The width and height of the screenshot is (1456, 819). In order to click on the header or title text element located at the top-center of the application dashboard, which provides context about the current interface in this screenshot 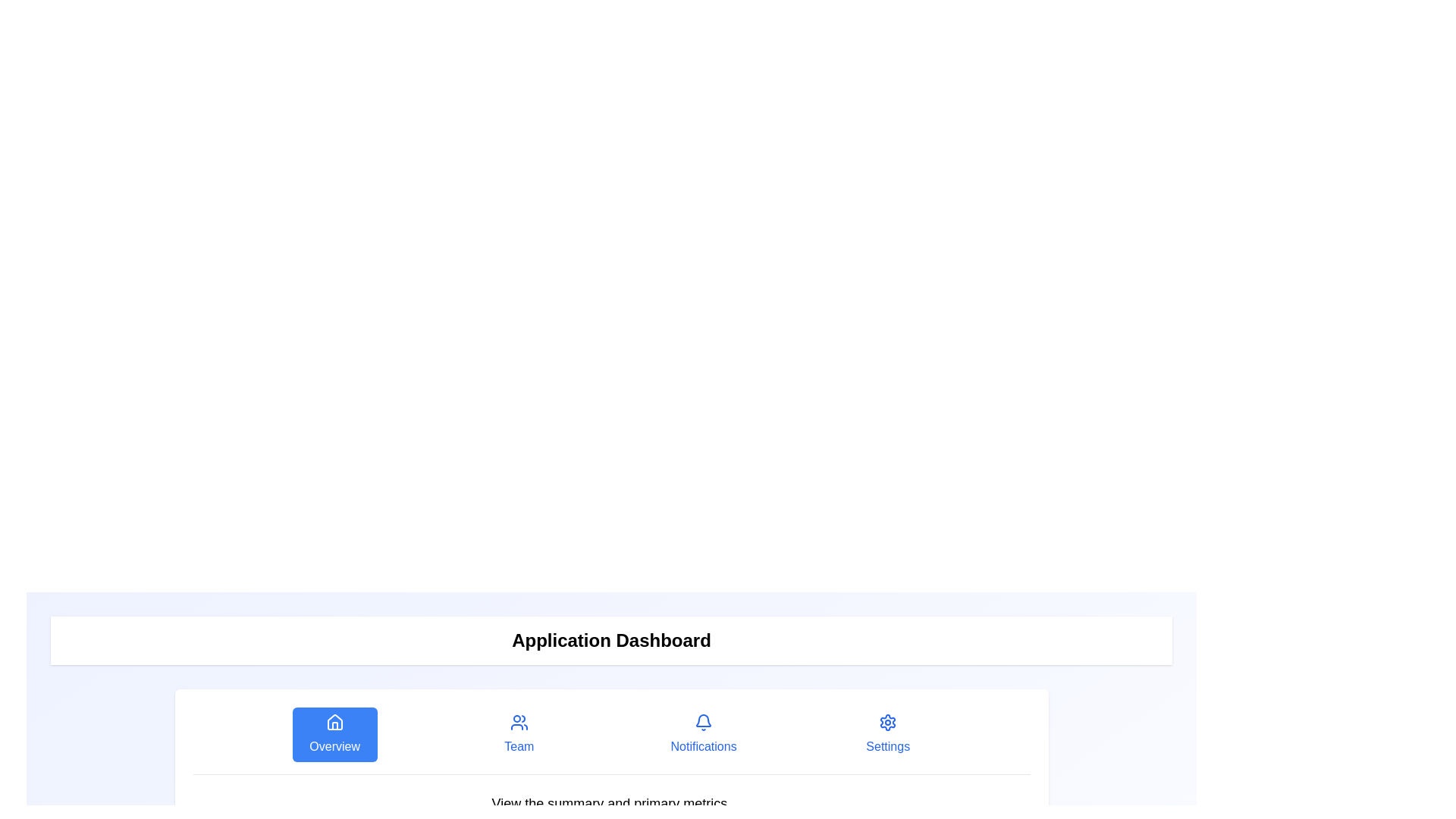, I will do `click(611, 640)`.